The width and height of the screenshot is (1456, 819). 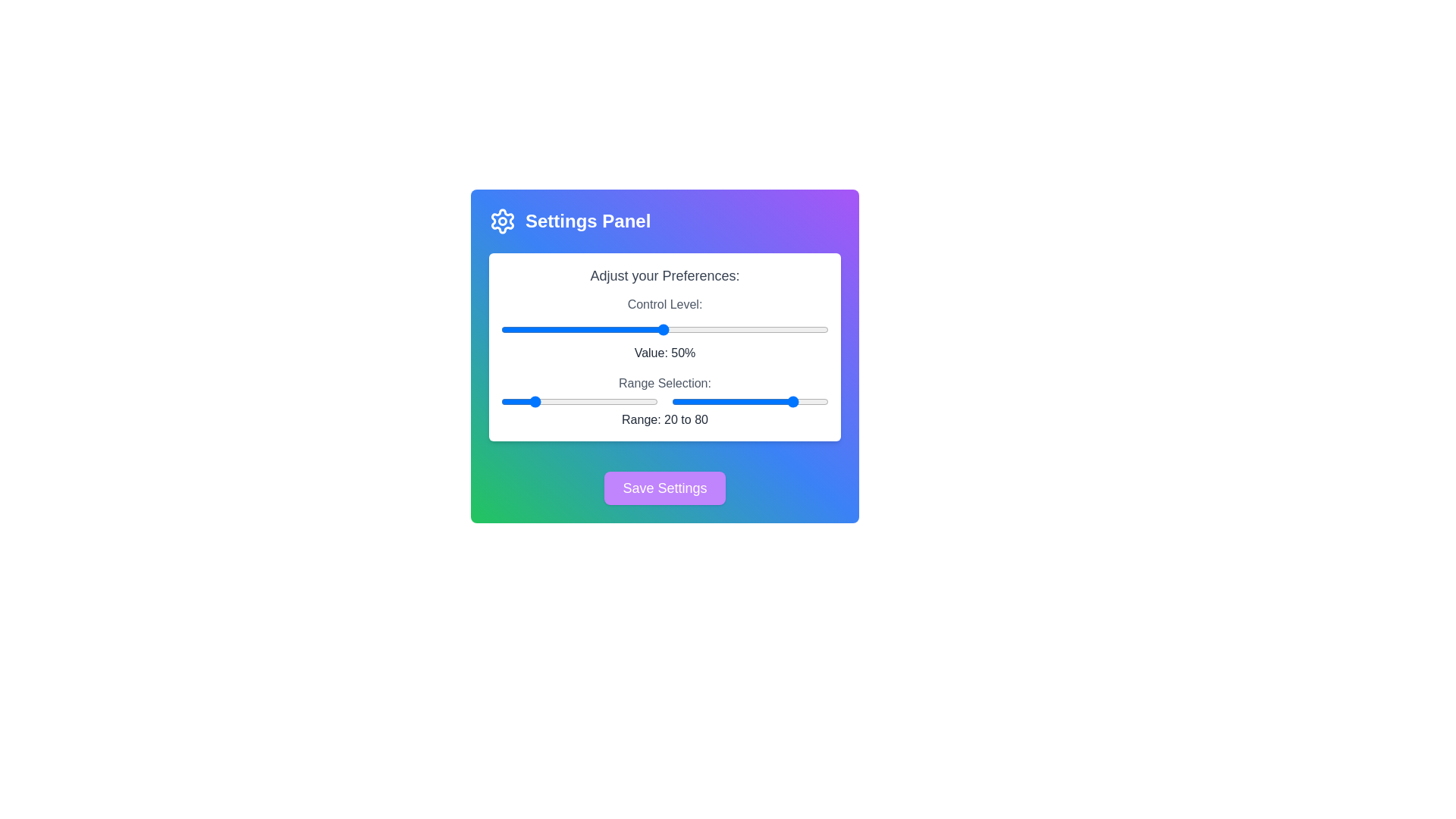 What do you see at coordinates (811, 400) in the screenshot?
I see `the slider` at bounding box center [811, 400].